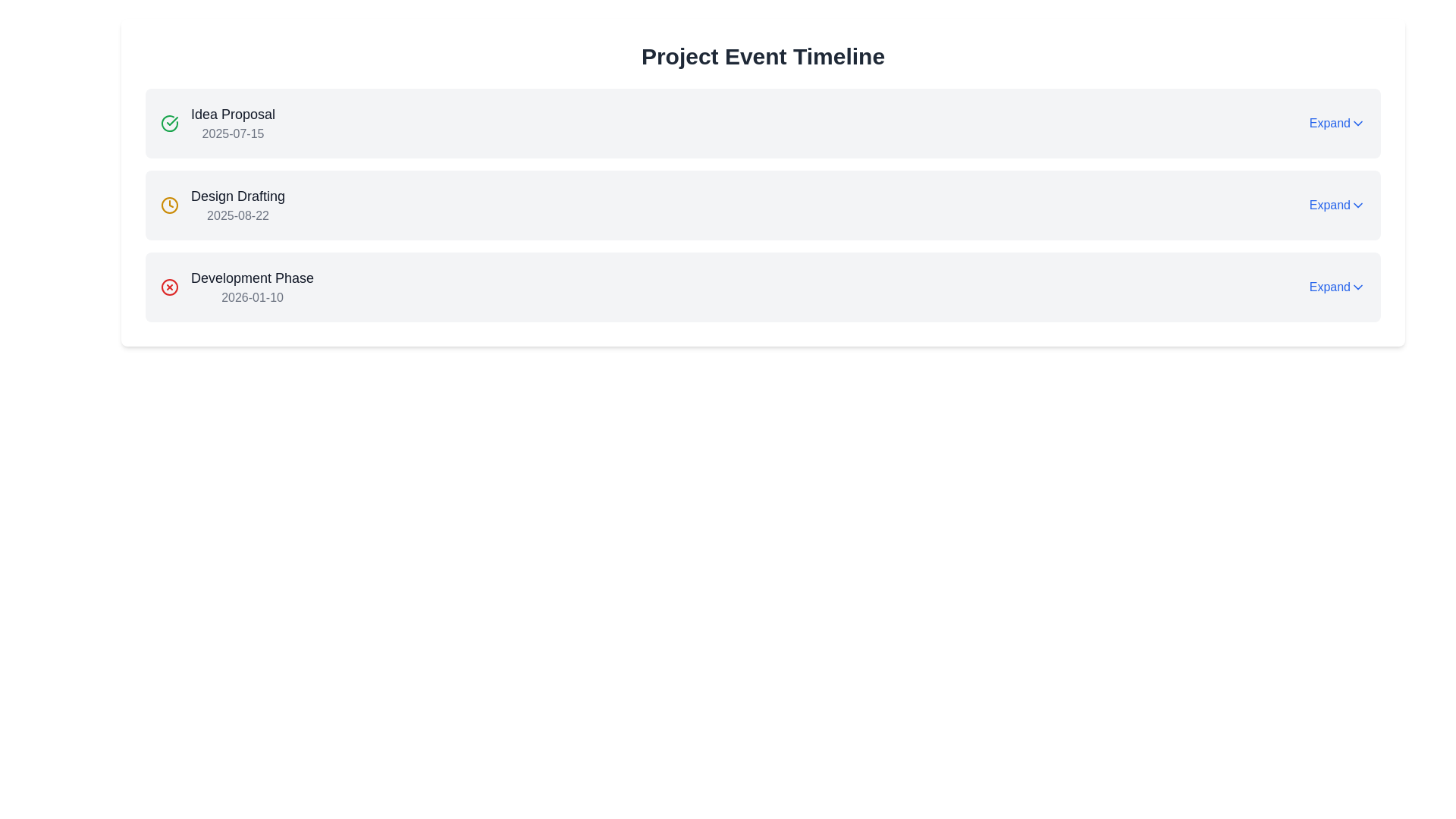 The width and height of the screenshot is (1456, 819). Describe the element at coordinates (253, 287) in the screenshot. I see `text display element showing 'Development Phase' and the date '2026-01-10', located on the rightmost side of the third row of the timeline table` at that location.